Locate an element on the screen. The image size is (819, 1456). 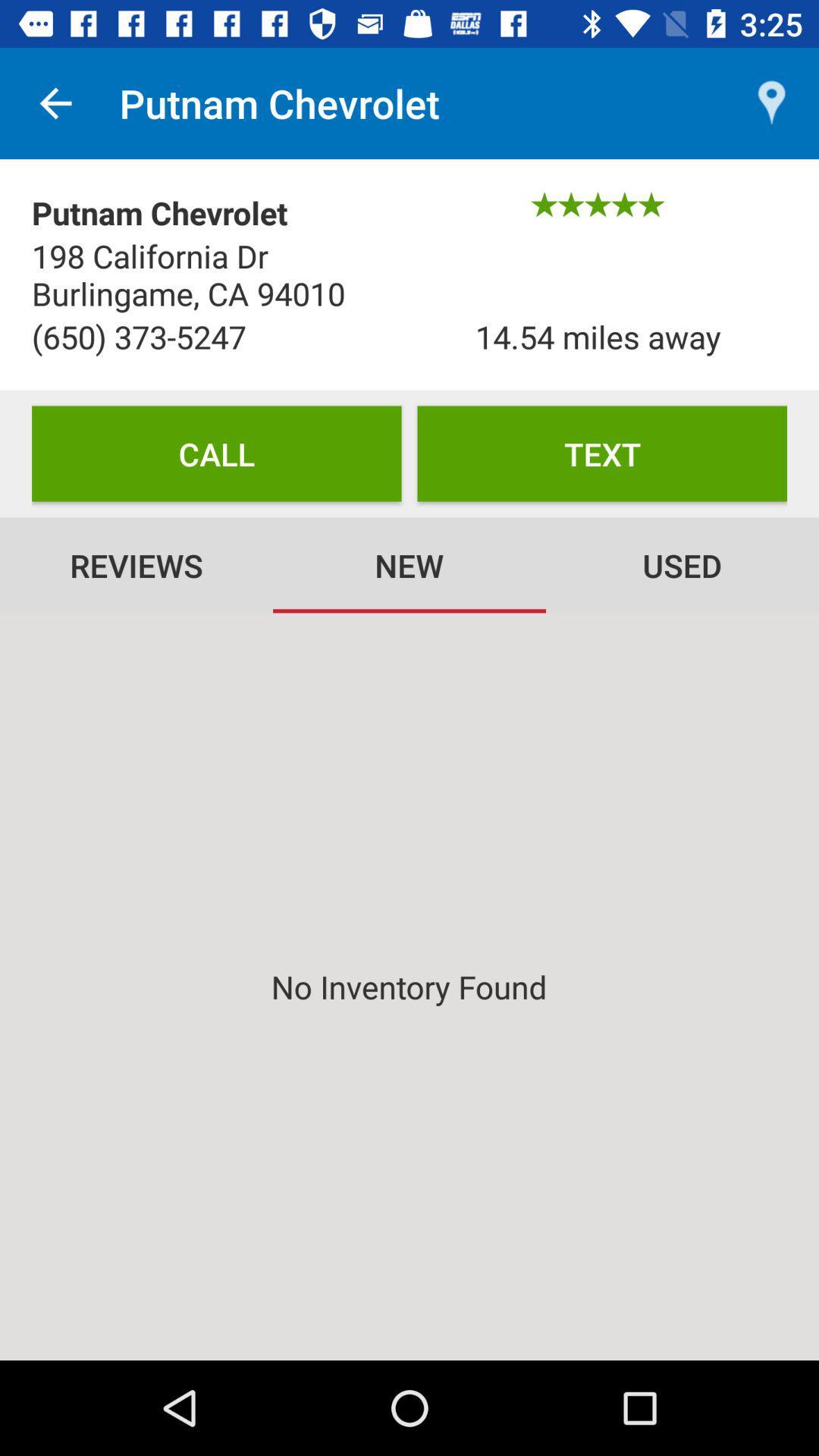
not found is located at coordinates (409, 987).